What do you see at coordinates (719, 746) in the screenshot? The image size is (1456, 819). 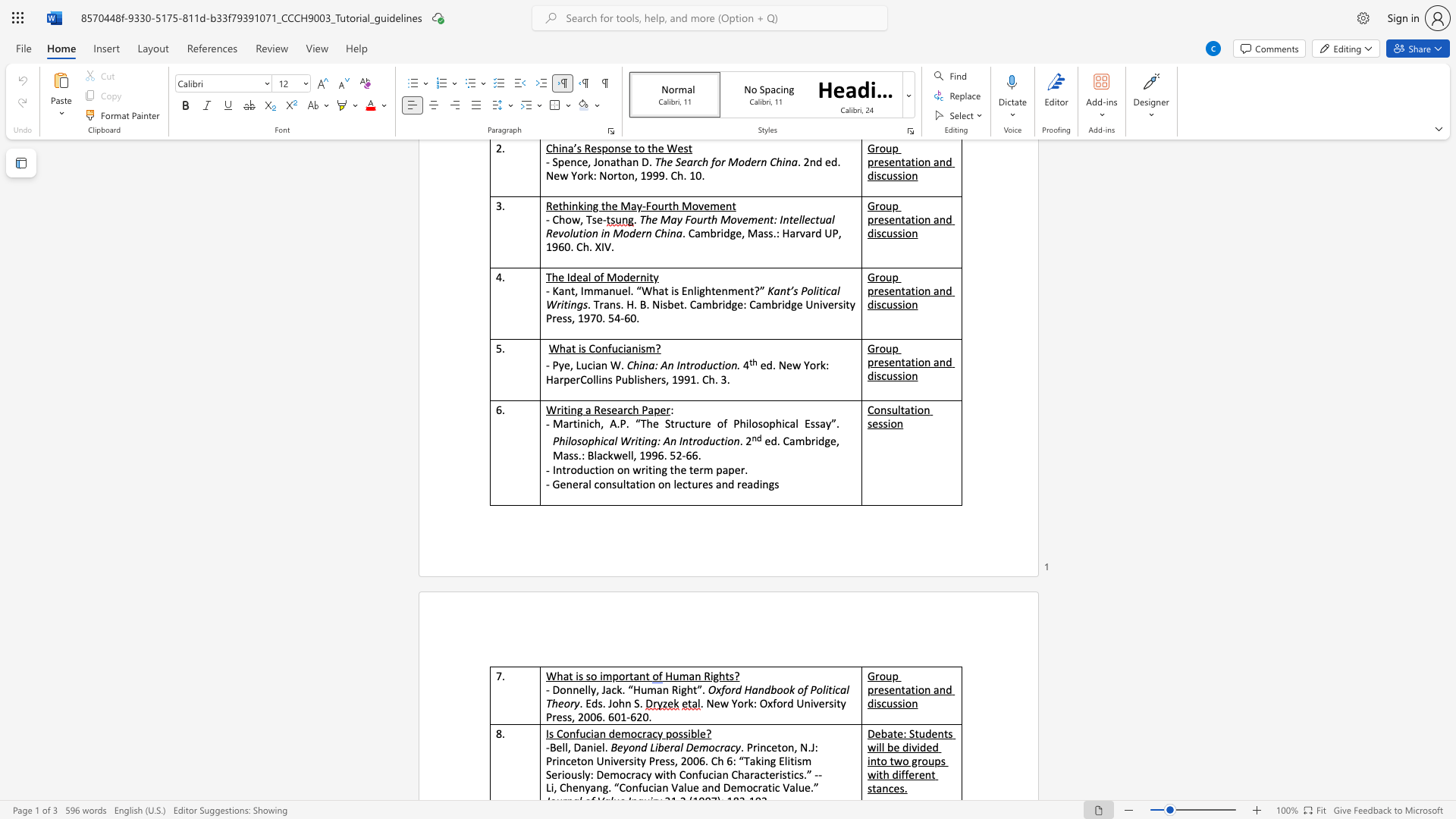 I see `the subset text "rac" within the text "Beyond Liberal Democracy"` at bounding box center [719, 746].